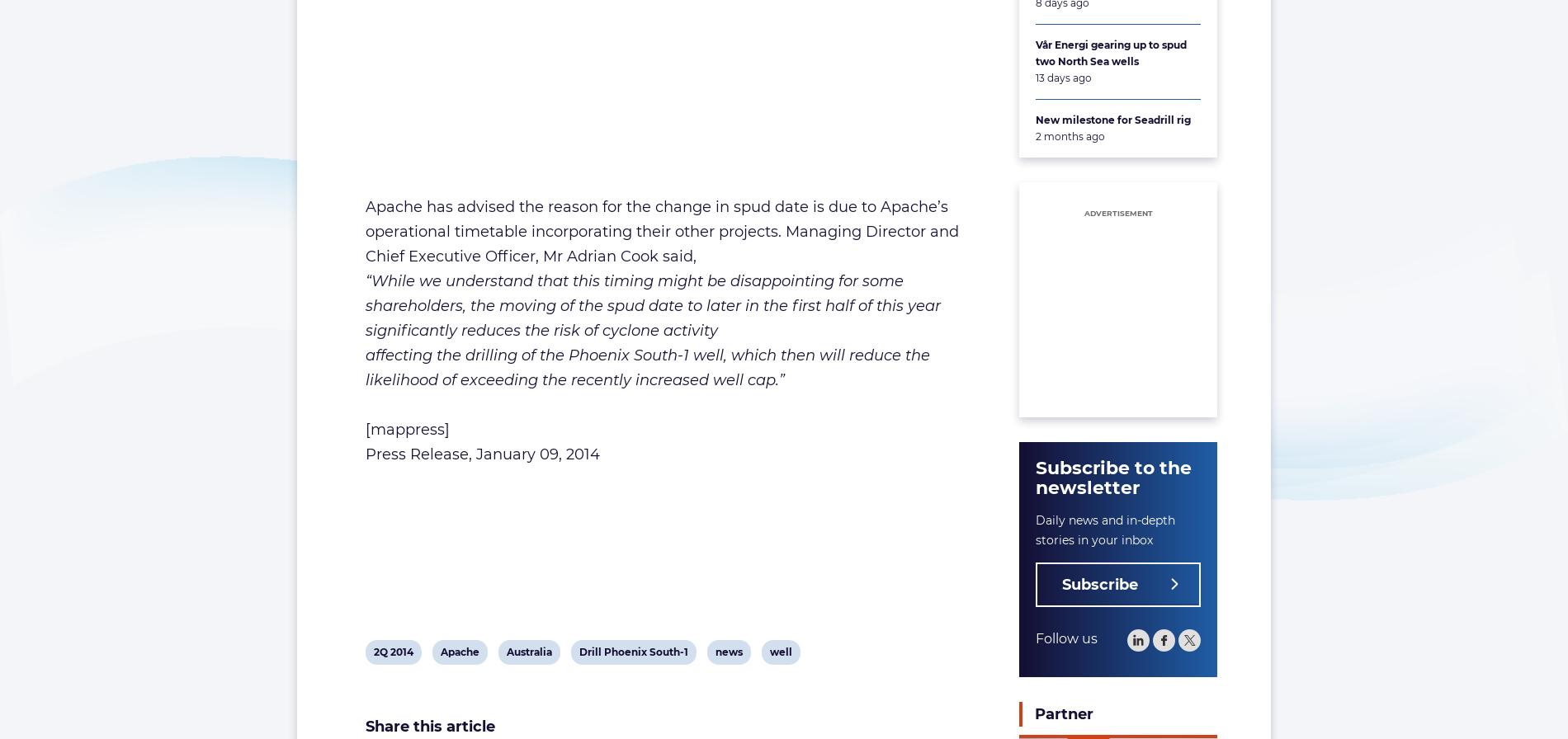 This screenshot has height=739, width=1568. I want to click on '“While we understand that this timing might be disappointing for some shareholders, the moving of the spud date to later in the first half of this year significantly reduces the risk of cyclone activity', so click(651, 304).